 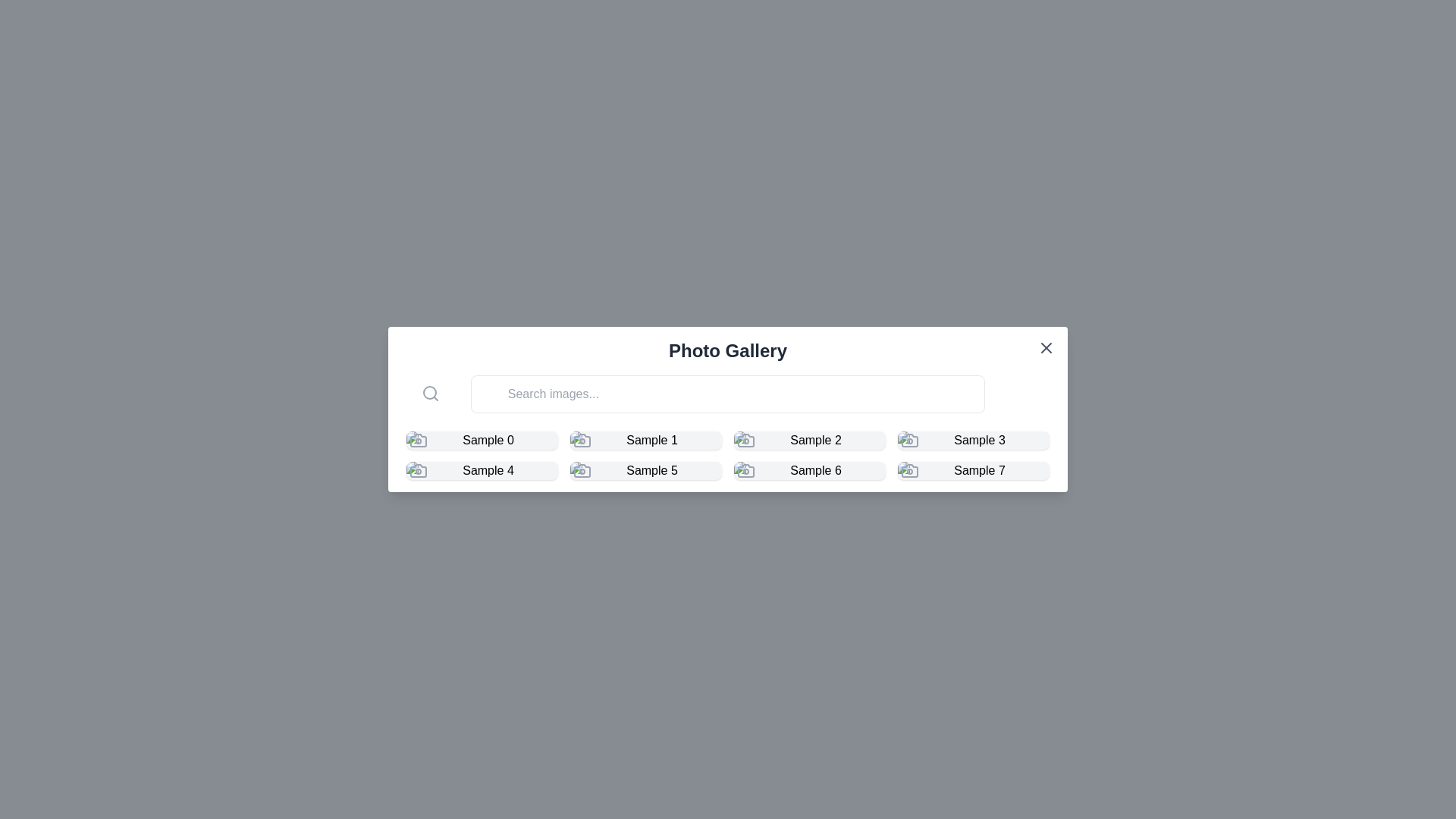 I want to click on the camera icon within the 'Sample 5' tile in the gallery grid, which signifies photo or camera functionality, so click(x=582, y=470).